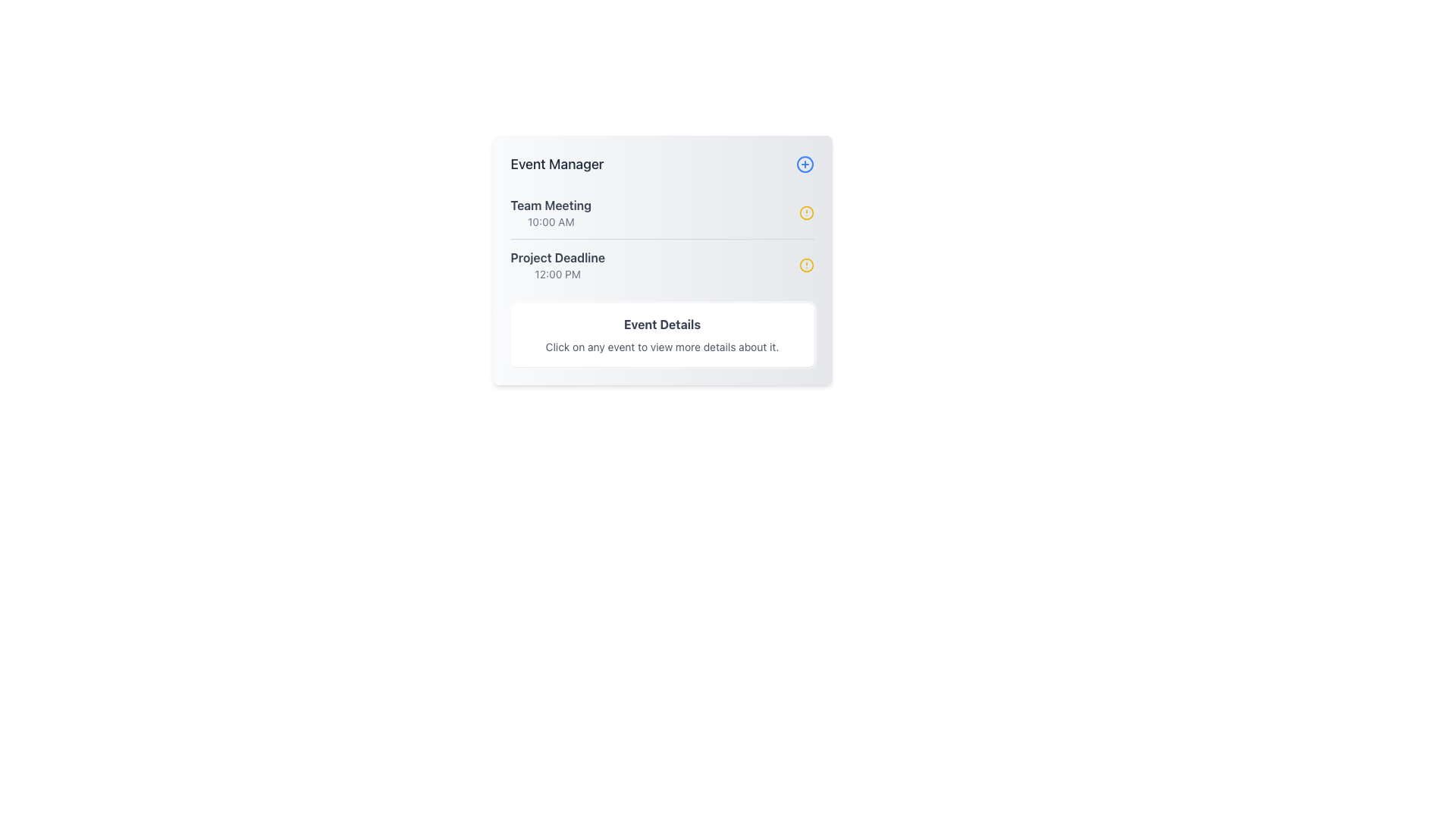  What do you see at coordinates (804, 164) in the screenshot?
I see `the circular graphical element styled with a thin stroke within the SVG icon of the 'Event Manager' card, located at the top-right corner of the card` at bounding box center [804, 164].